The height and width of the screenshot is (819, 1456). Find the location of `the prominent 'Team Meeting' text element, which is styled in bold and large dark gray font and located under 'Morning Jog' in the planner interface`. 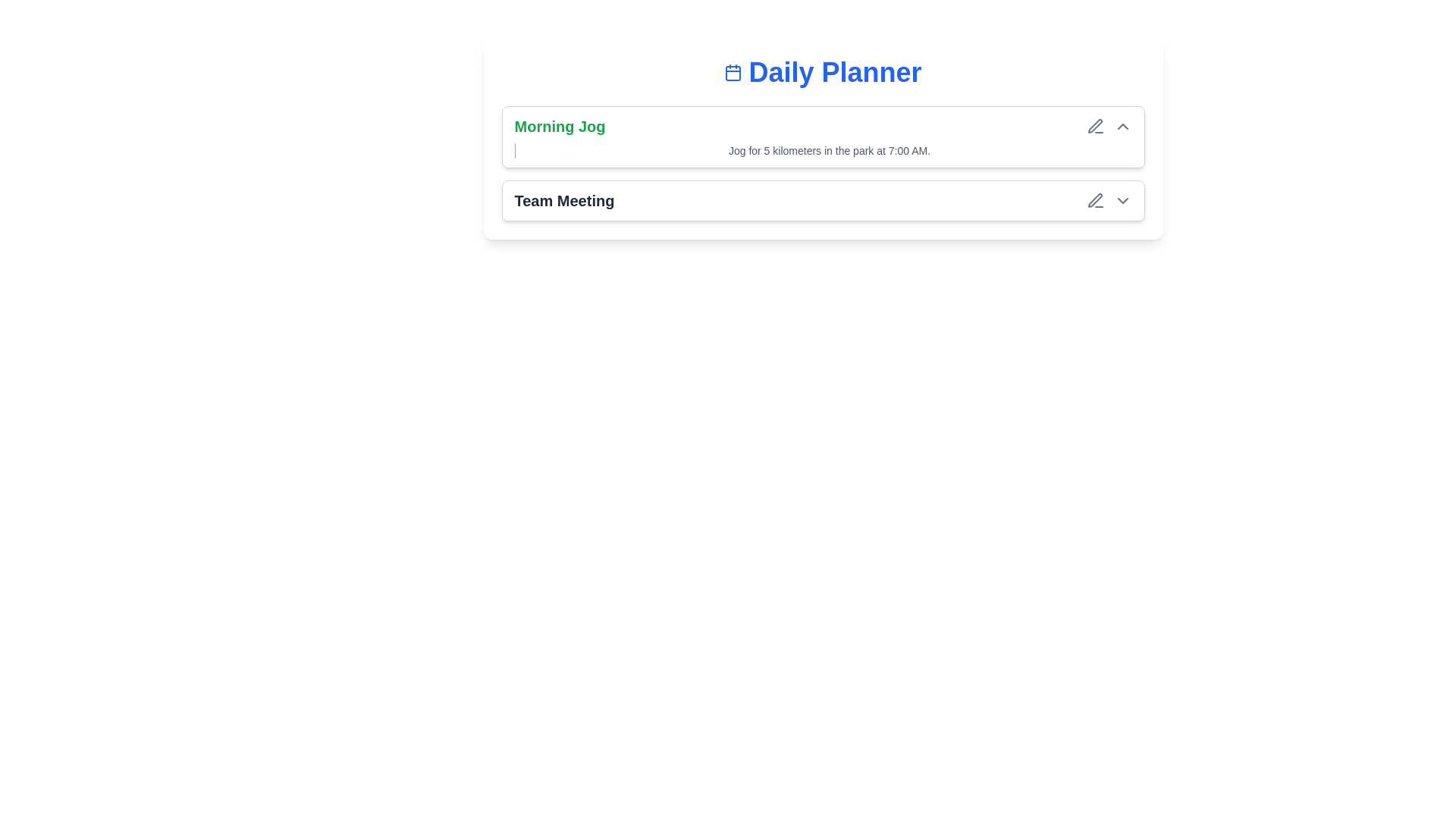

the prominent 'Team Meeting' text element, which is styled in bold and large dark gray font and located under 'Morning Jog' in the planner interface is located at coordinates (563, 200).